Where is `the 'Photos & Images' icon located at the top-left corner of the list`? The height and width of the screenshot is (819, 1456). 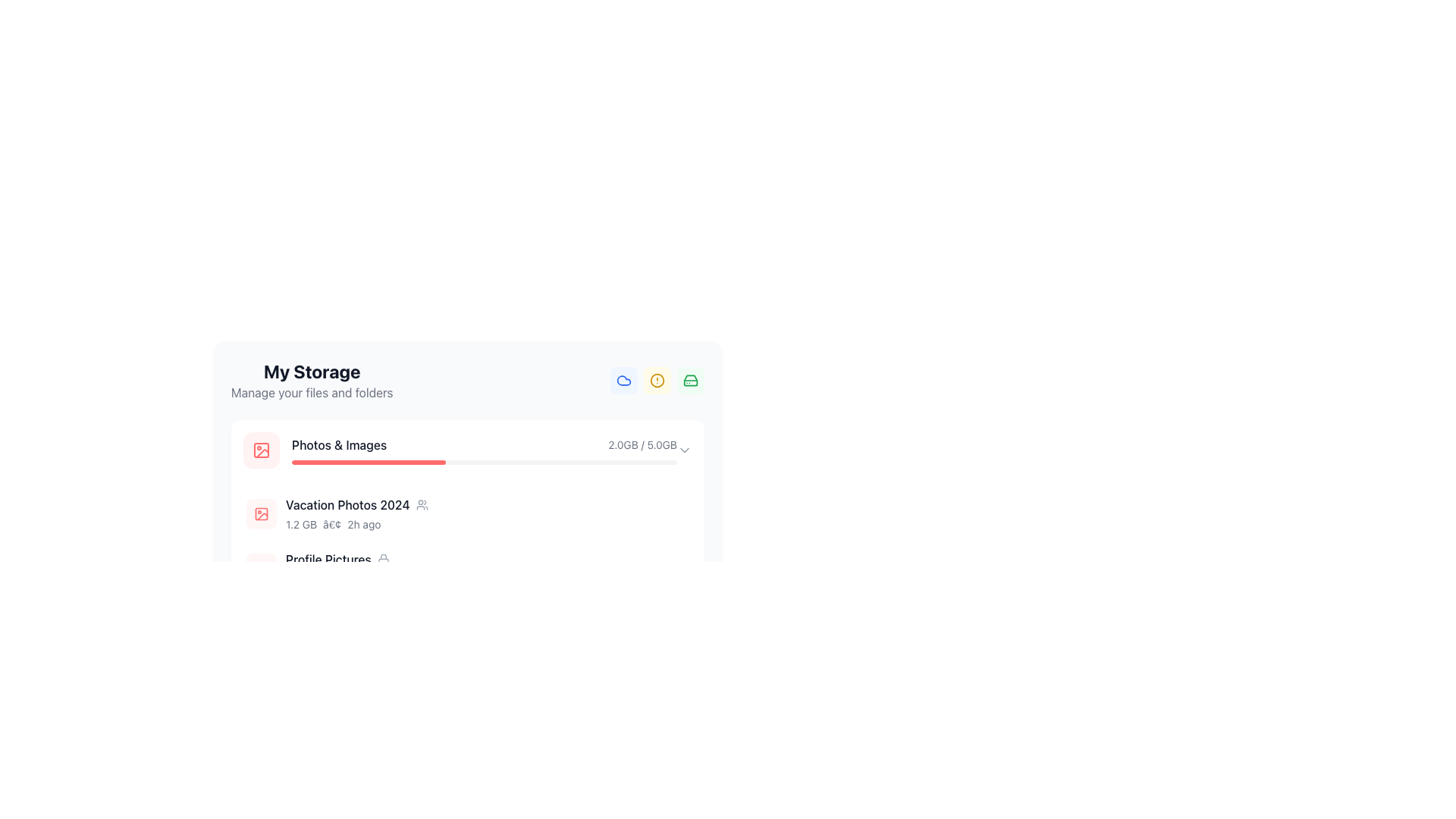
the 'Photos & Images' icon located at the top-left corner of the list is located at coordinates (262, 450).